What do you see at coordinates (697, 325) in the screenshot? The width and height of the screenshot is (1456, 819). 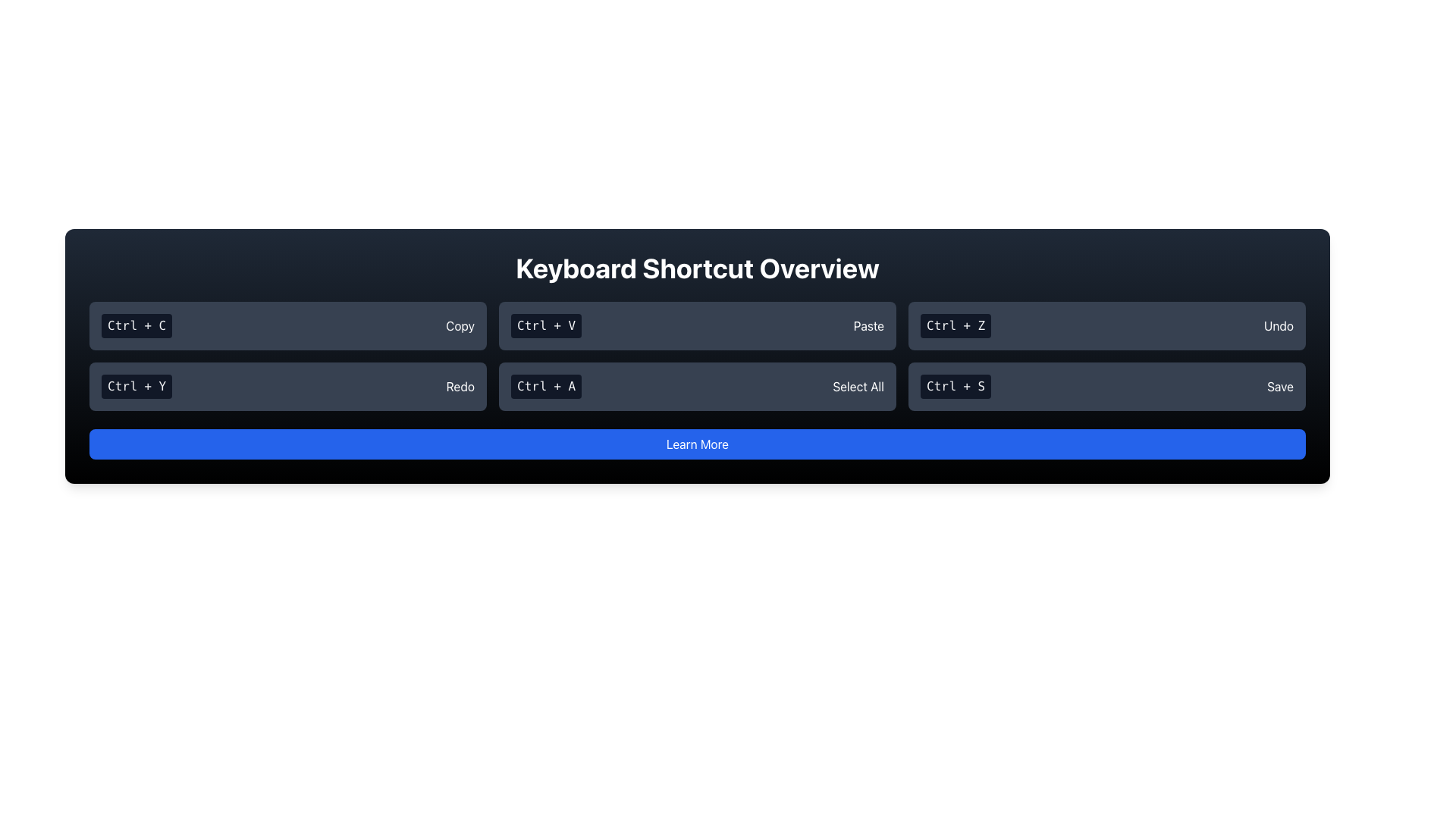 I see `the rectangular gray button labeled 'Ctrl + V' and 'Paste', positioned between the 'Copy' and 'Undo' buttons` at bounding box center [697, 325].